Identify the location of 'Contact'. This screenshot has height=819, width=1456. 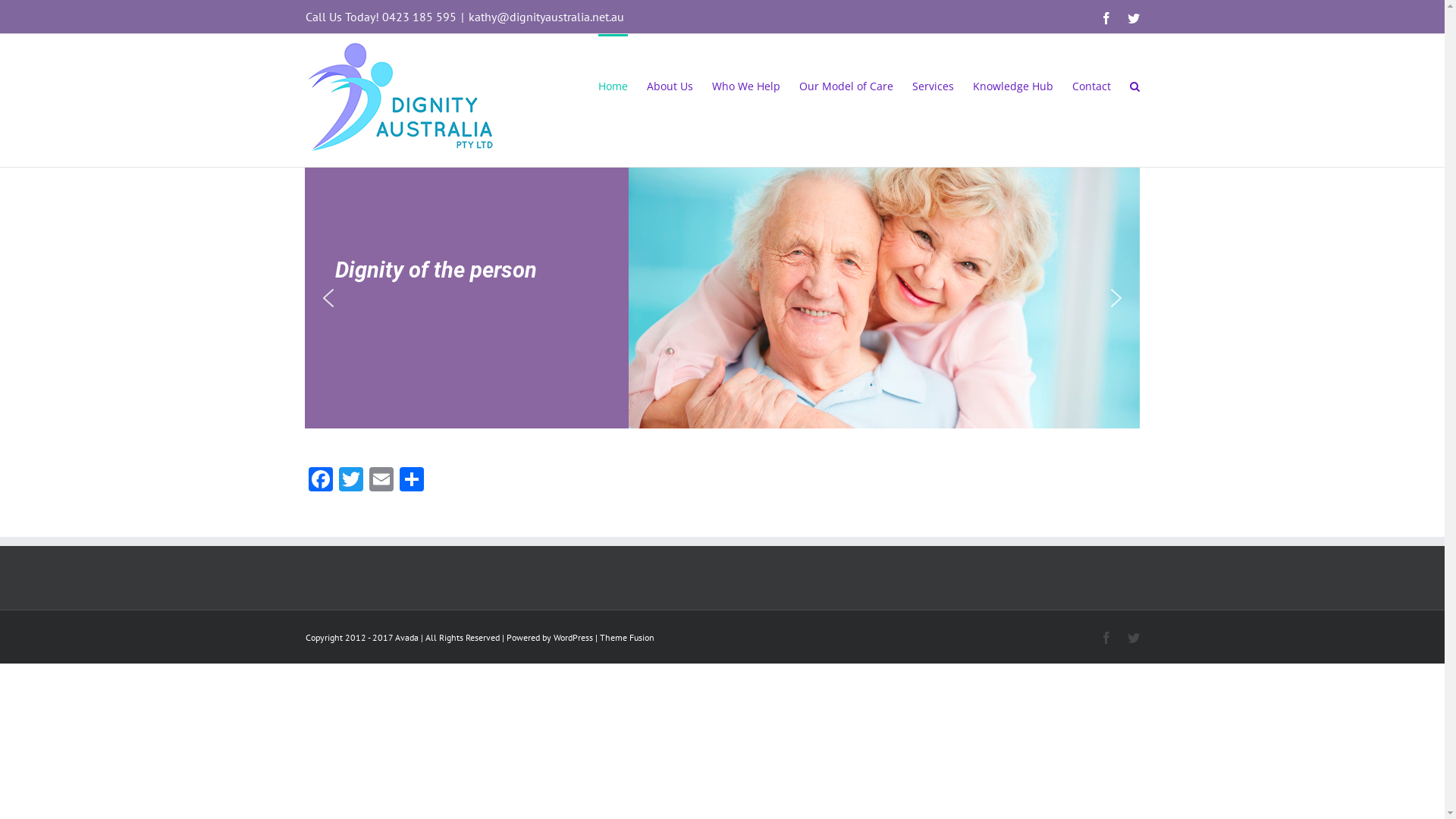
(1072, 85).